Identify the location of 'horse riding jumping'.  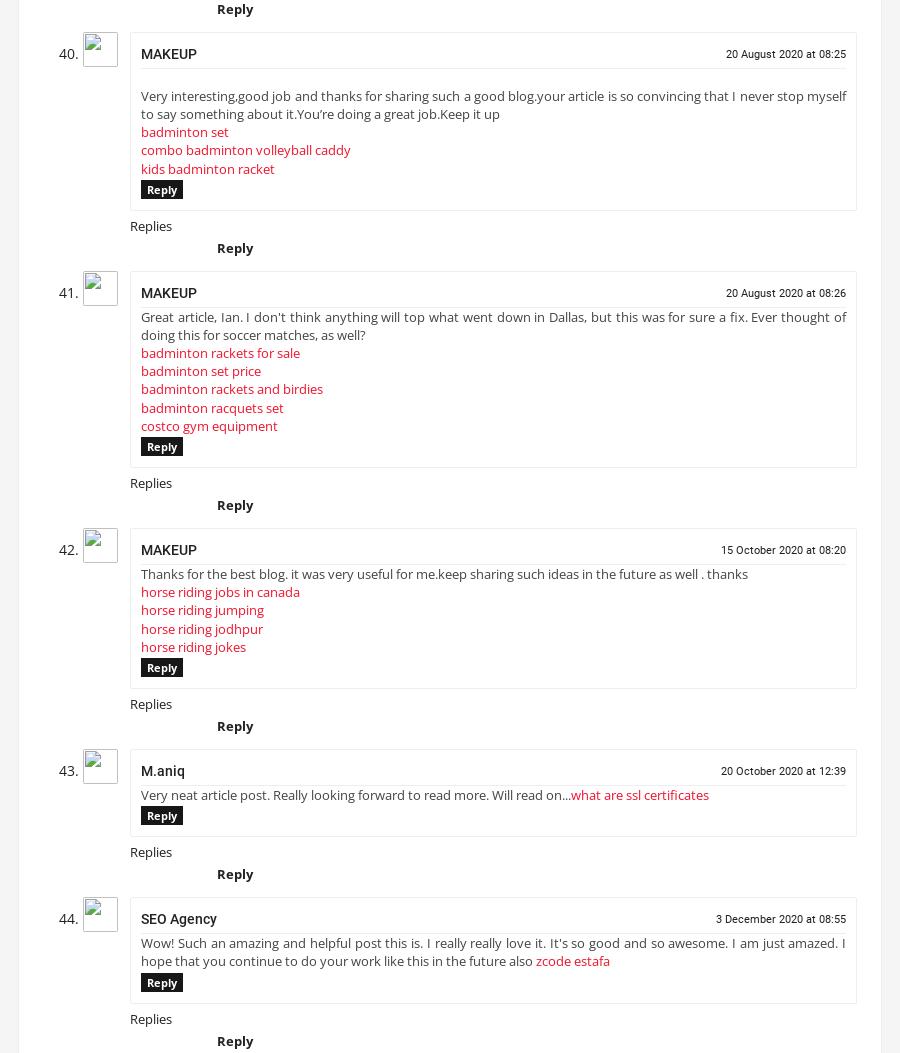
(202, 618).